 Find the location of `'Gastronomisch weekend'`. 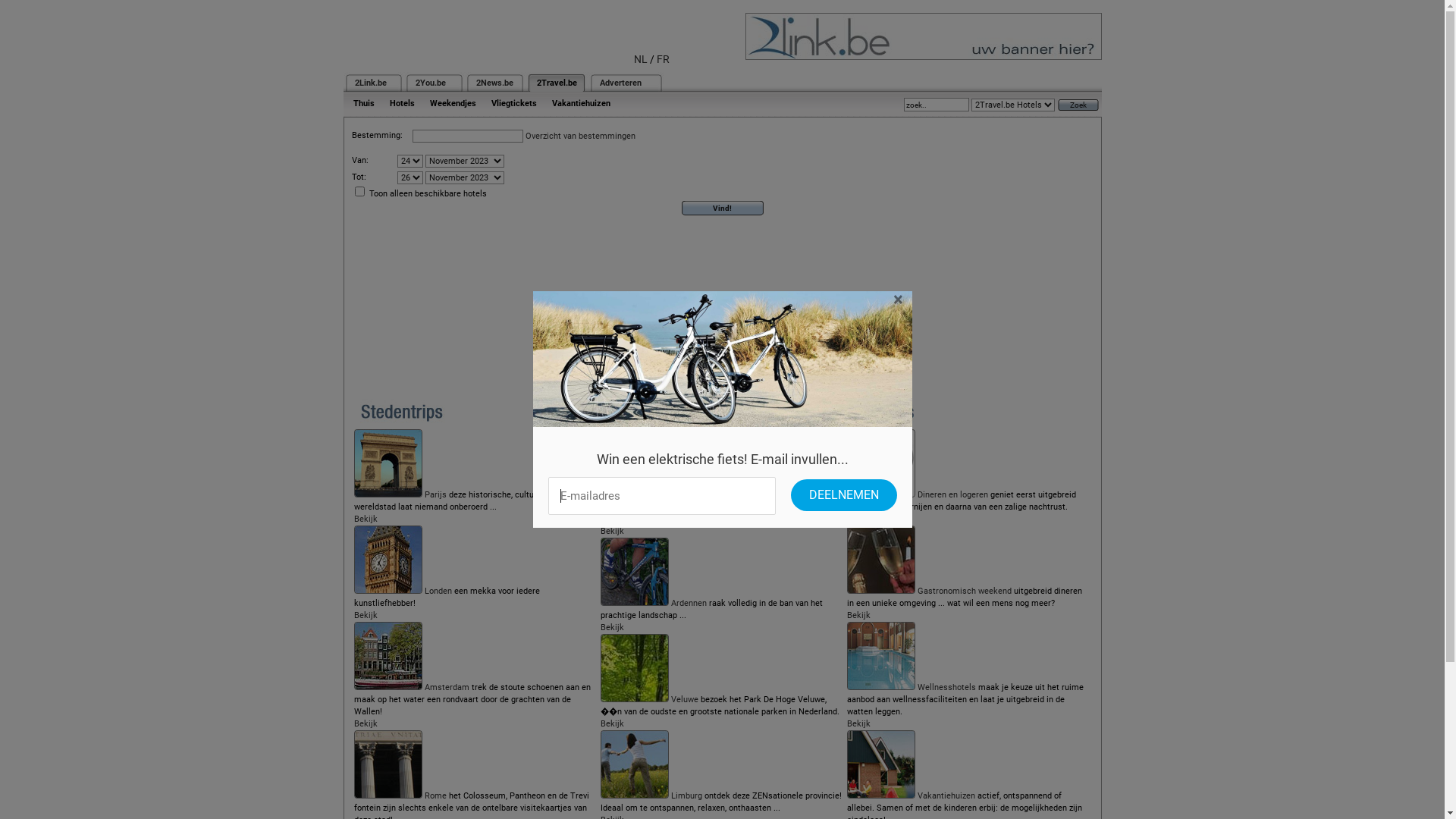

'Gastronomisch weekend' is located at coordinates (964, 590).